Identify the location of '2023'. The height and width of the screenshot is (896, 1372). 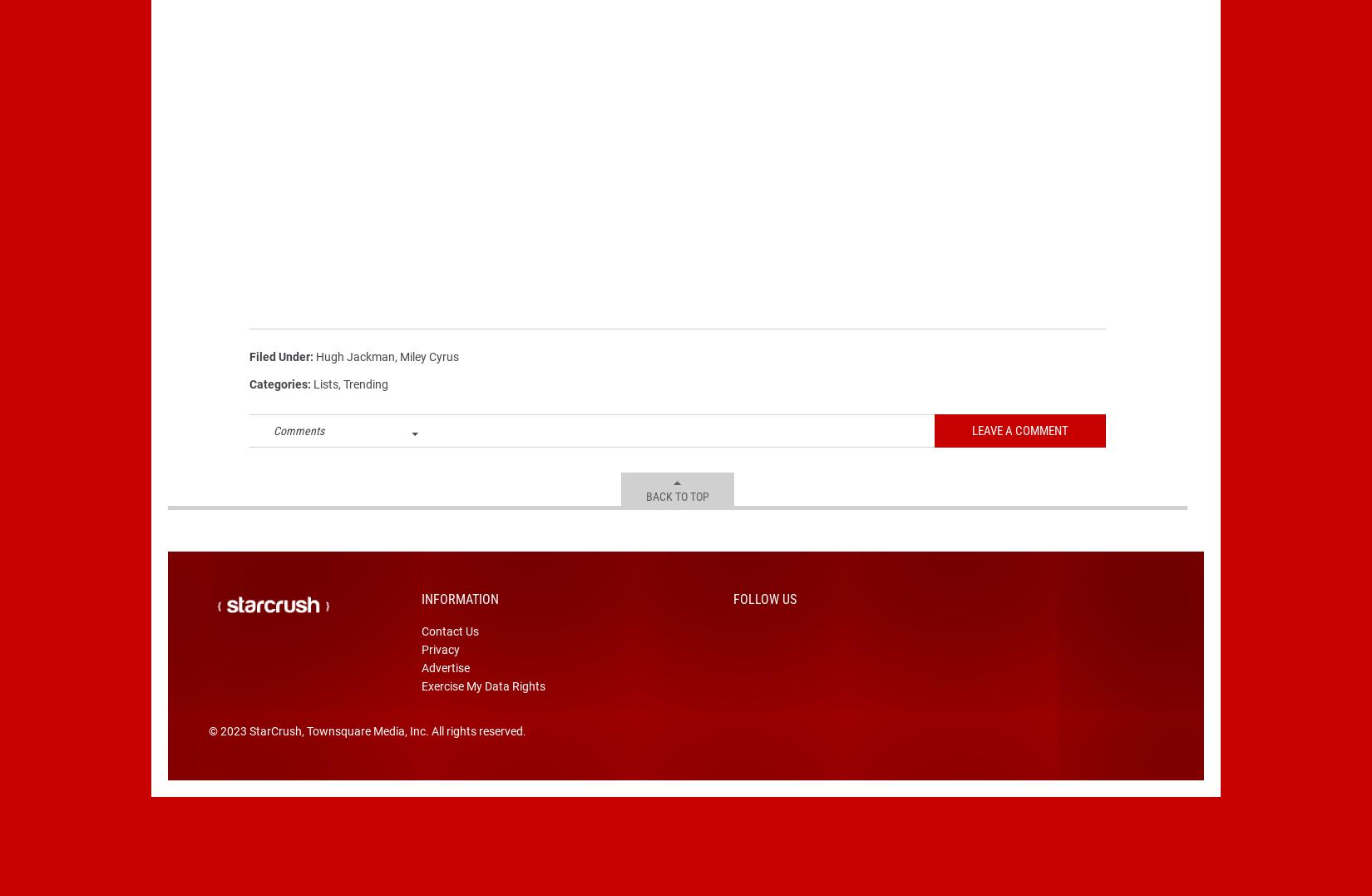
(233, 756).